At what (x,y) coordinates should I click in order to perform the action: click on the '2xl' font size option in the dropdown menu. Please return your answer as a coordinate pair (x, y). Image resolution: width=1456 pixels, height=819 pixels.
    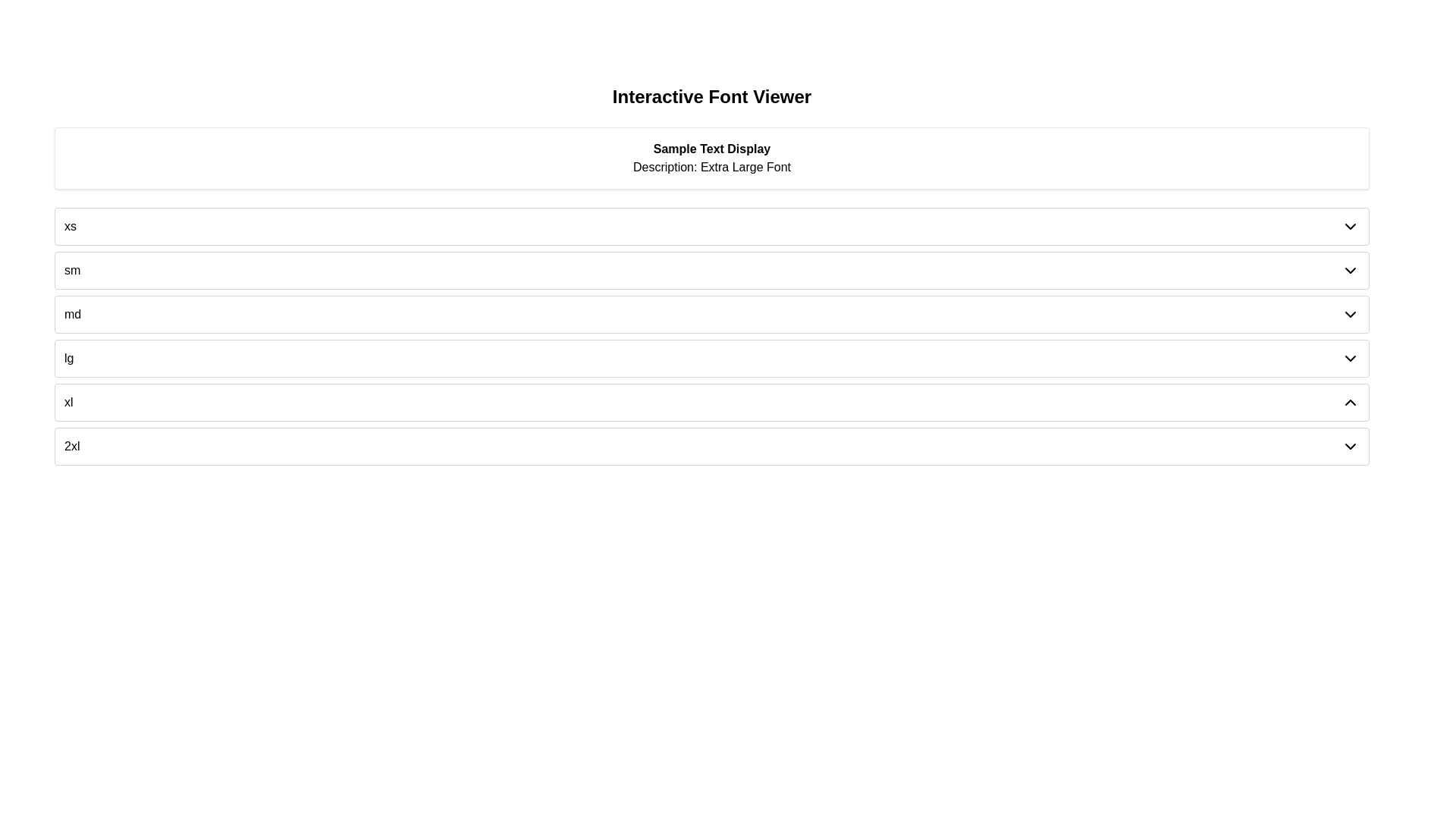
    Looking at the image, I should click on (71, 446).